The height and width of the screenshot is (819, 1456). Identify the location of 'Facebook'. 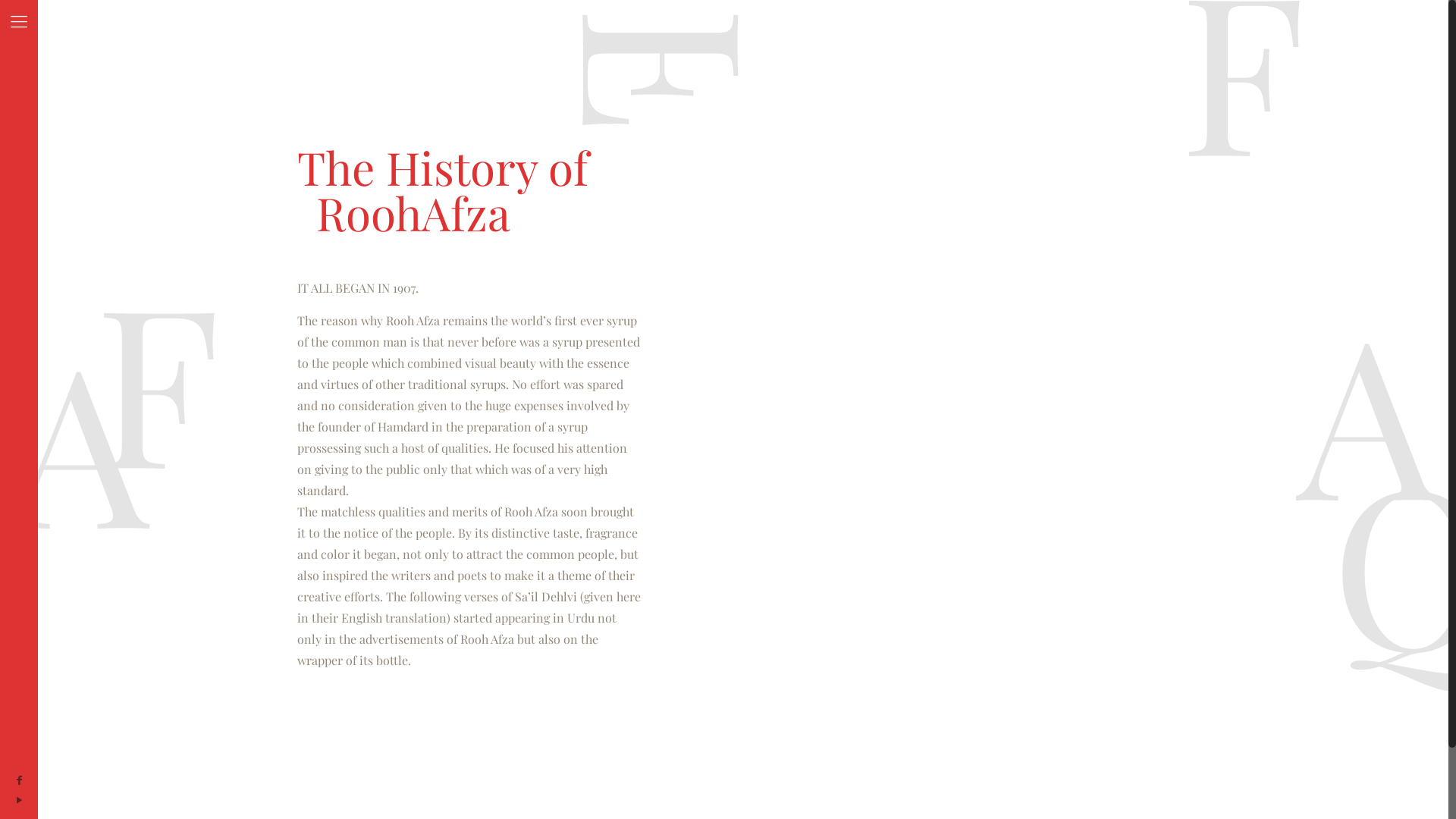
(18, 780).